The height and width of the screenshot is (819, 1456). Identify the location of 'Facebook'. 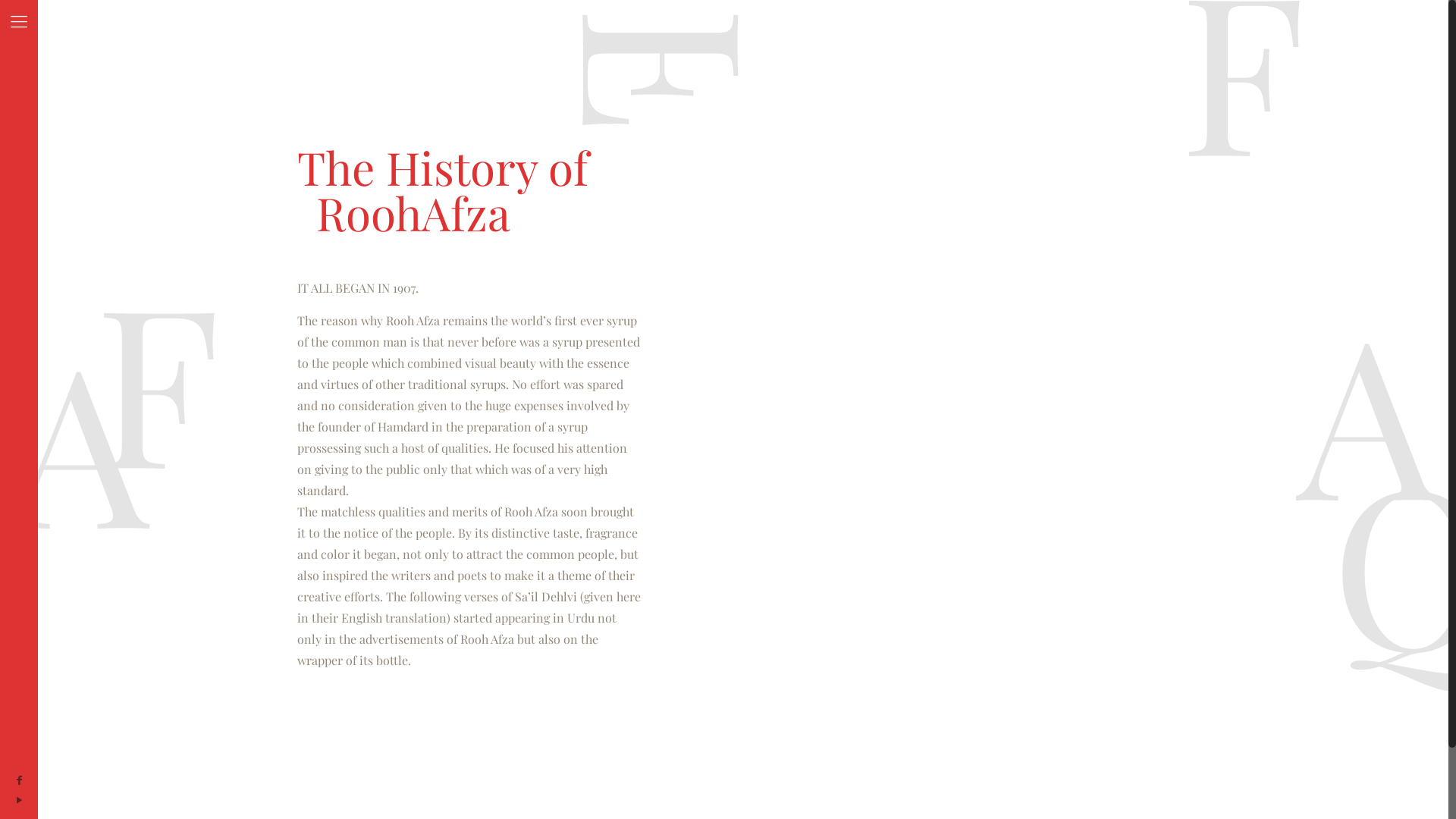
(18, 780).